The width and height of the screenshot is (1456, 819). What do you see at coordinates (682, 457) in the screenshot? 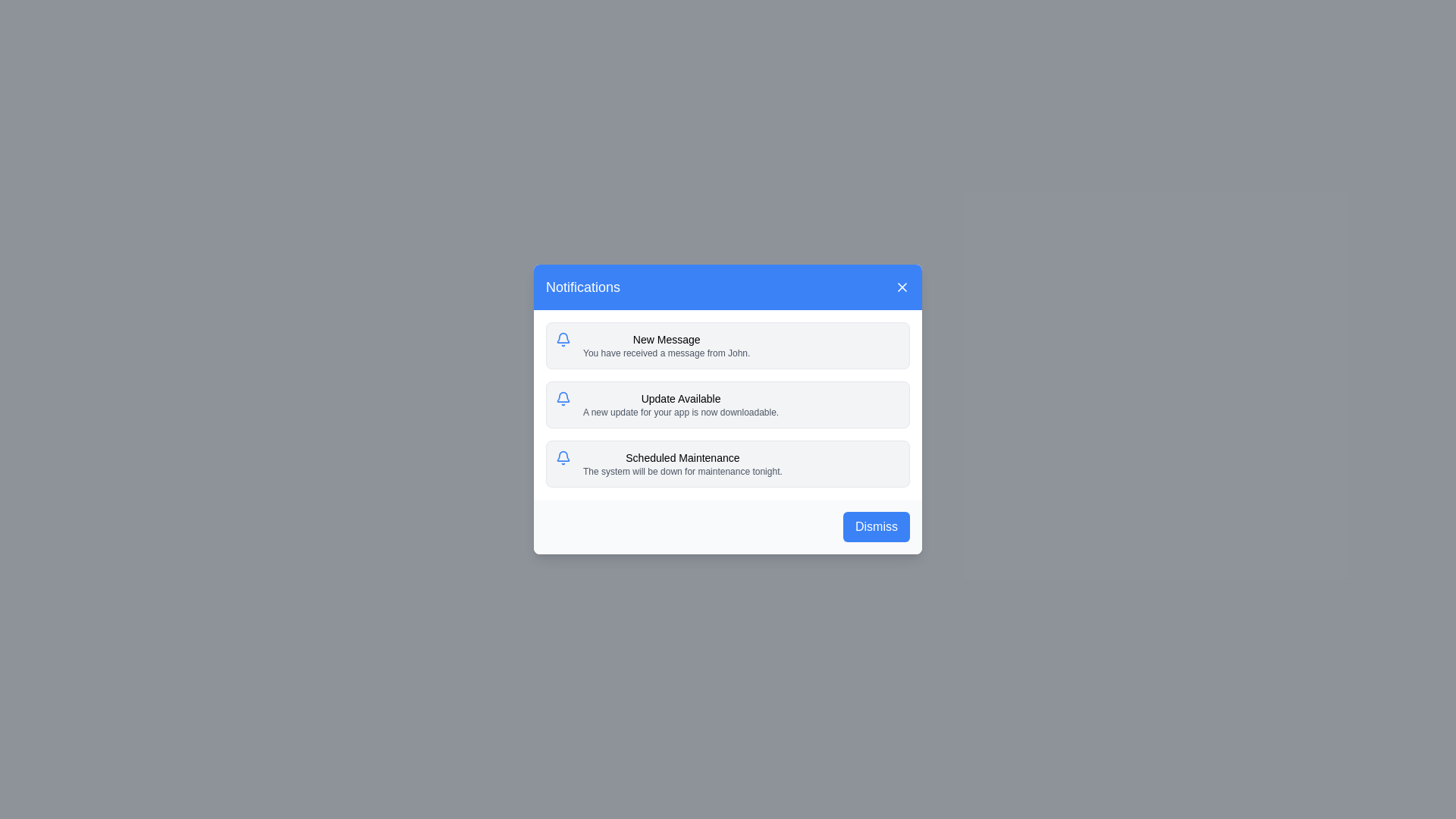
I see `the Text Label that serves as the headline for the notification message, positioned at the top of the third notification block in the dialog box` at bounding box center [682, 457].